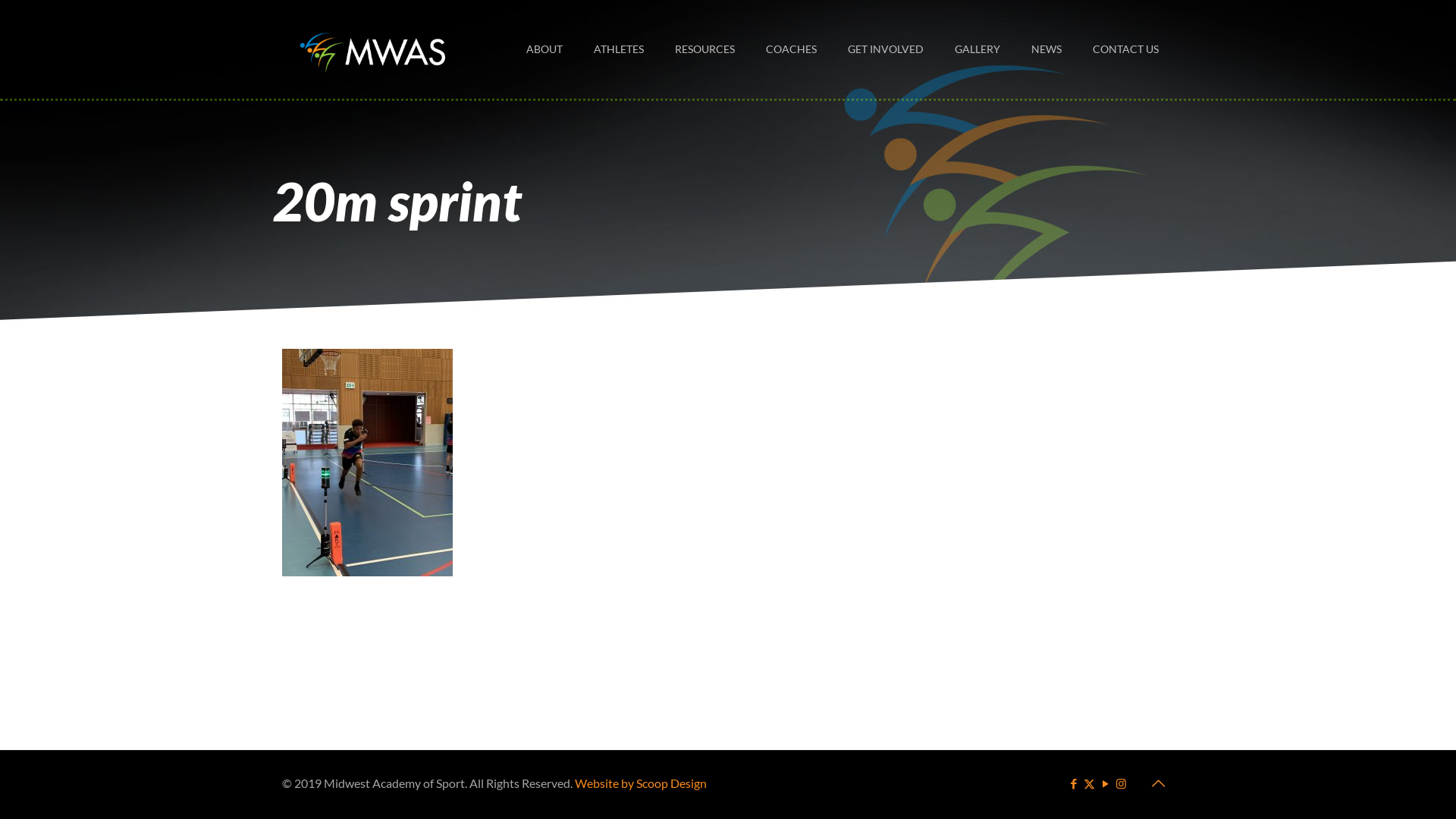  Describe the element at coordinates (574, 783) in the screenshot. I see `'Website by Scoop Design'` at that location.